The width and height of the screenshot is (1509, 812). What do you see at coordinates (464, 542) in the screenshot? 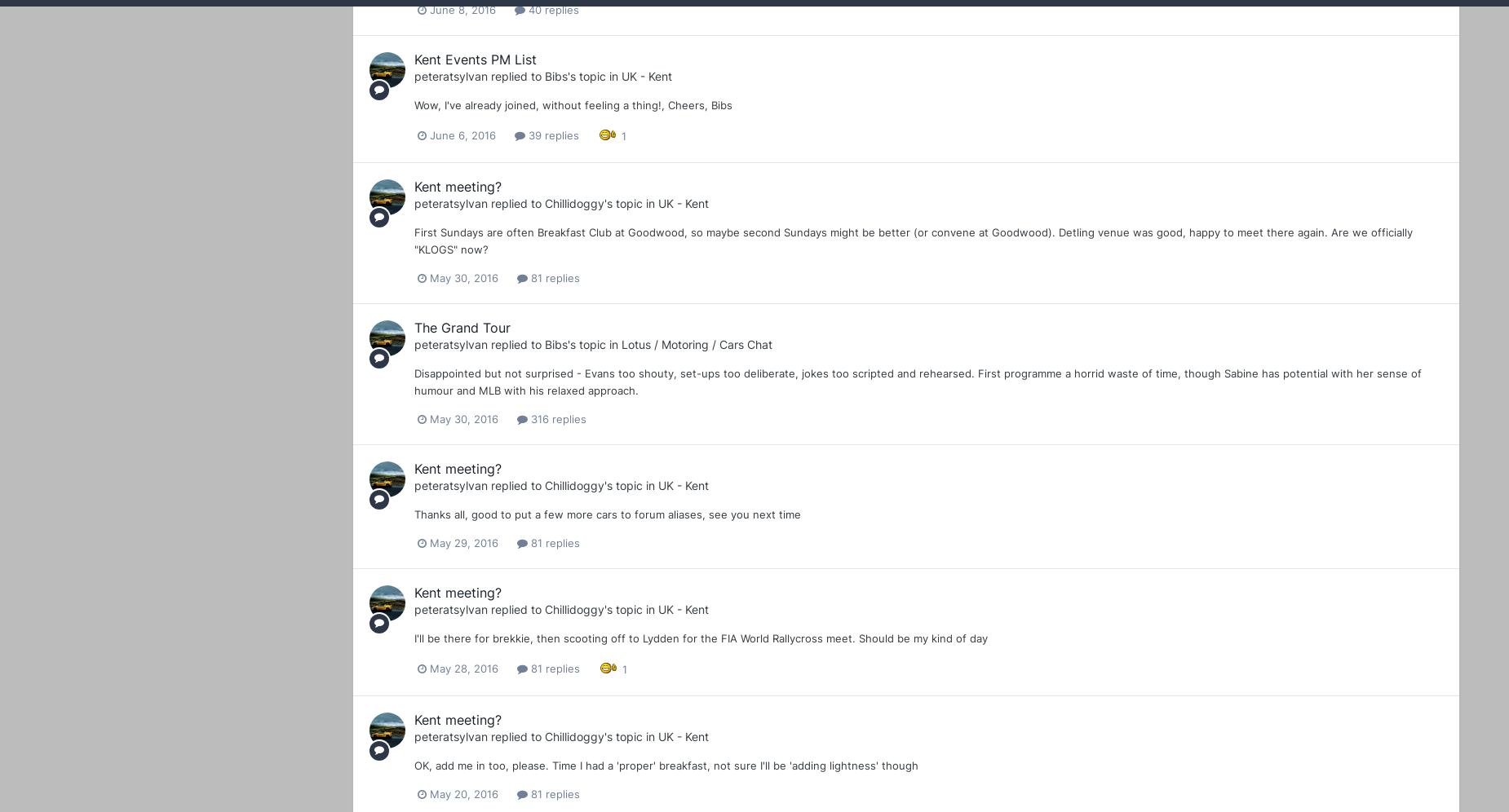
I see `'May 29, 2016'` at bounding box center [464, 542].